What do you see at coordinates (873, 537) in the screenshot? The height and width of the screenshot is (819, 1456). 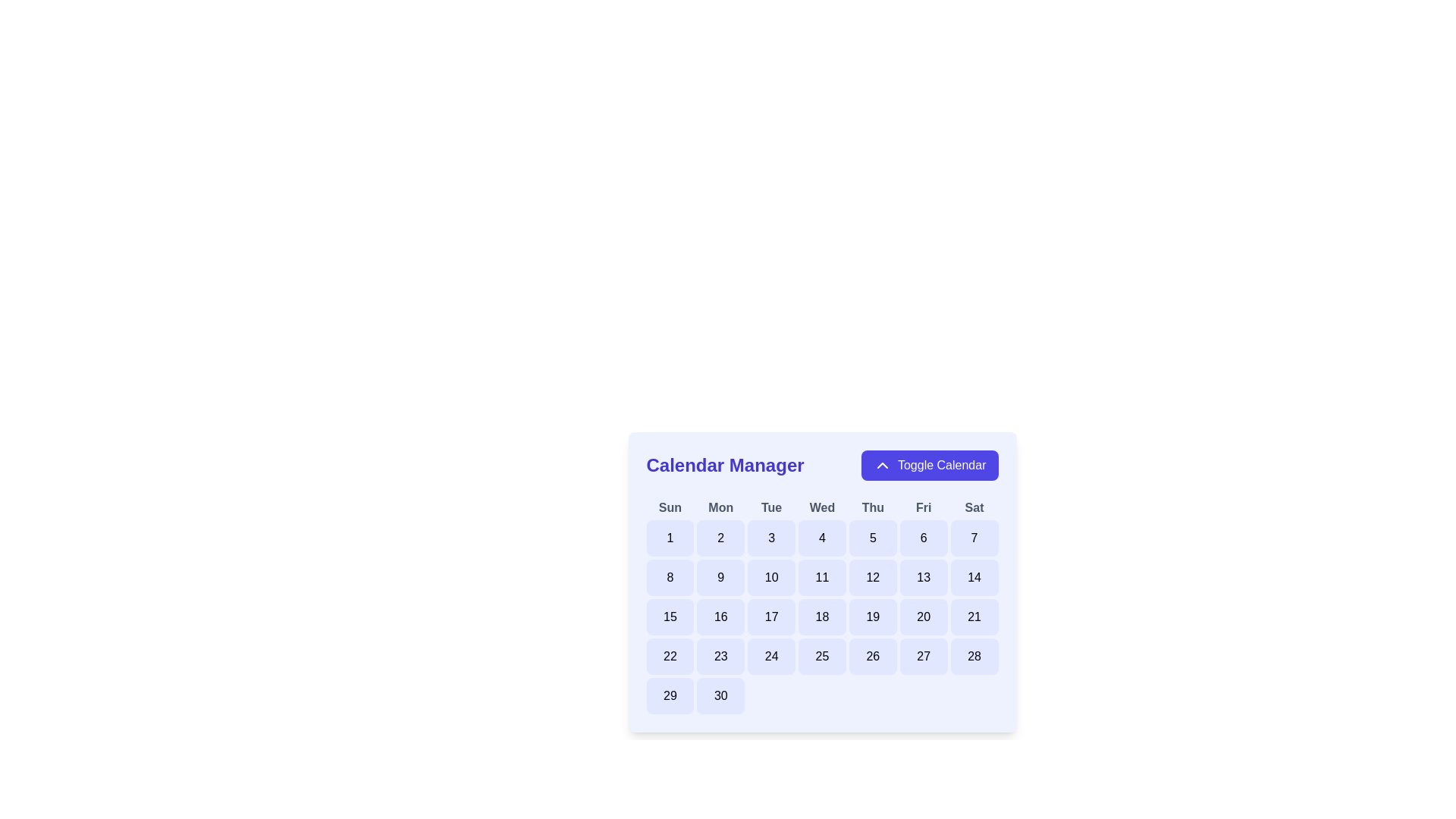 I see `the button containing the numeral '5' in the calendar grid under the header 'Thu' for accessibility purposes` at bounding box center [873, 537].